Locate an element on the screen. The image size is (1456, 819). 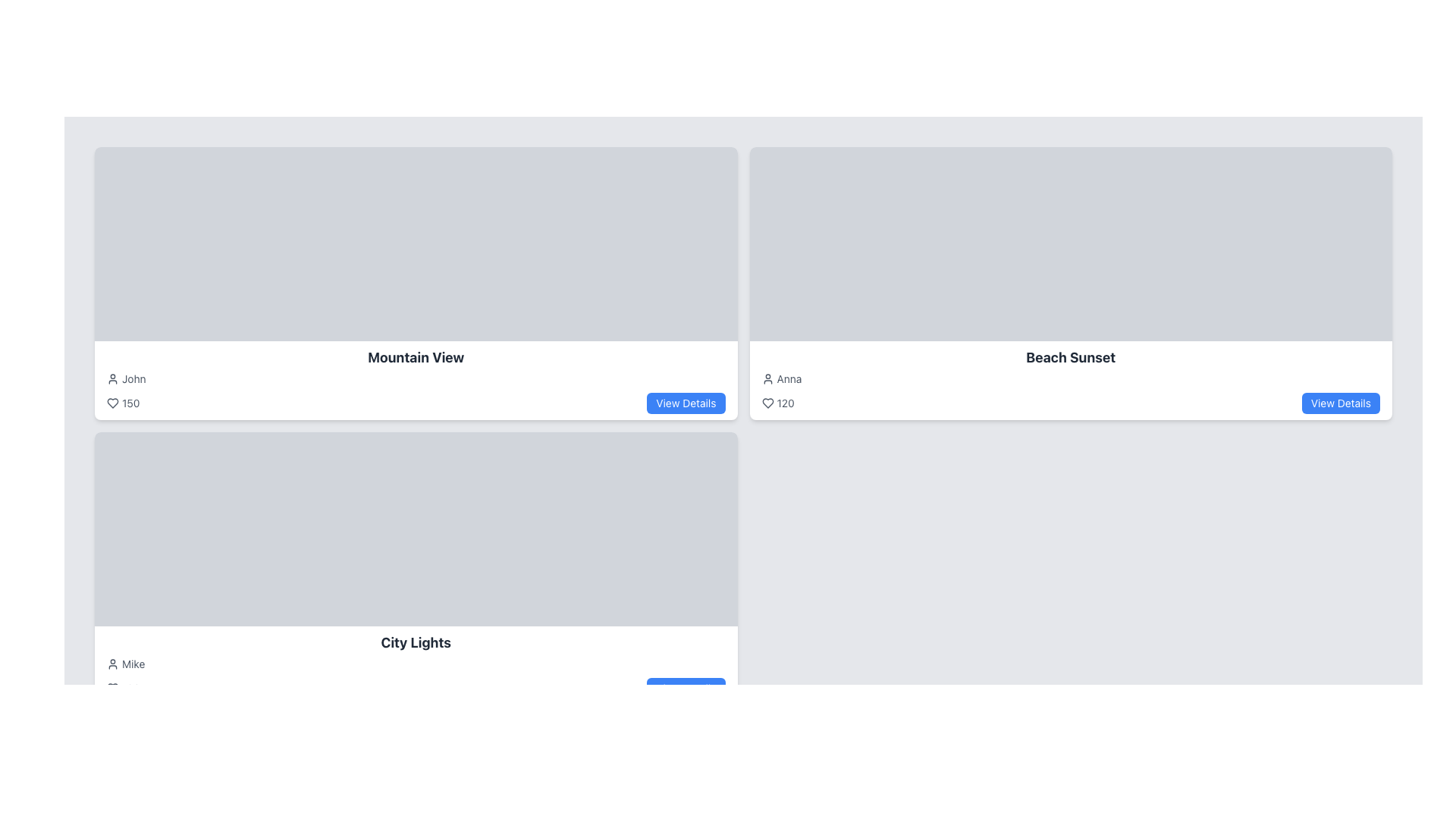
the text label that displays 'Beach Sunset', which is styled in bold dark gray font on a white background is located at coordinates (1070, 357).